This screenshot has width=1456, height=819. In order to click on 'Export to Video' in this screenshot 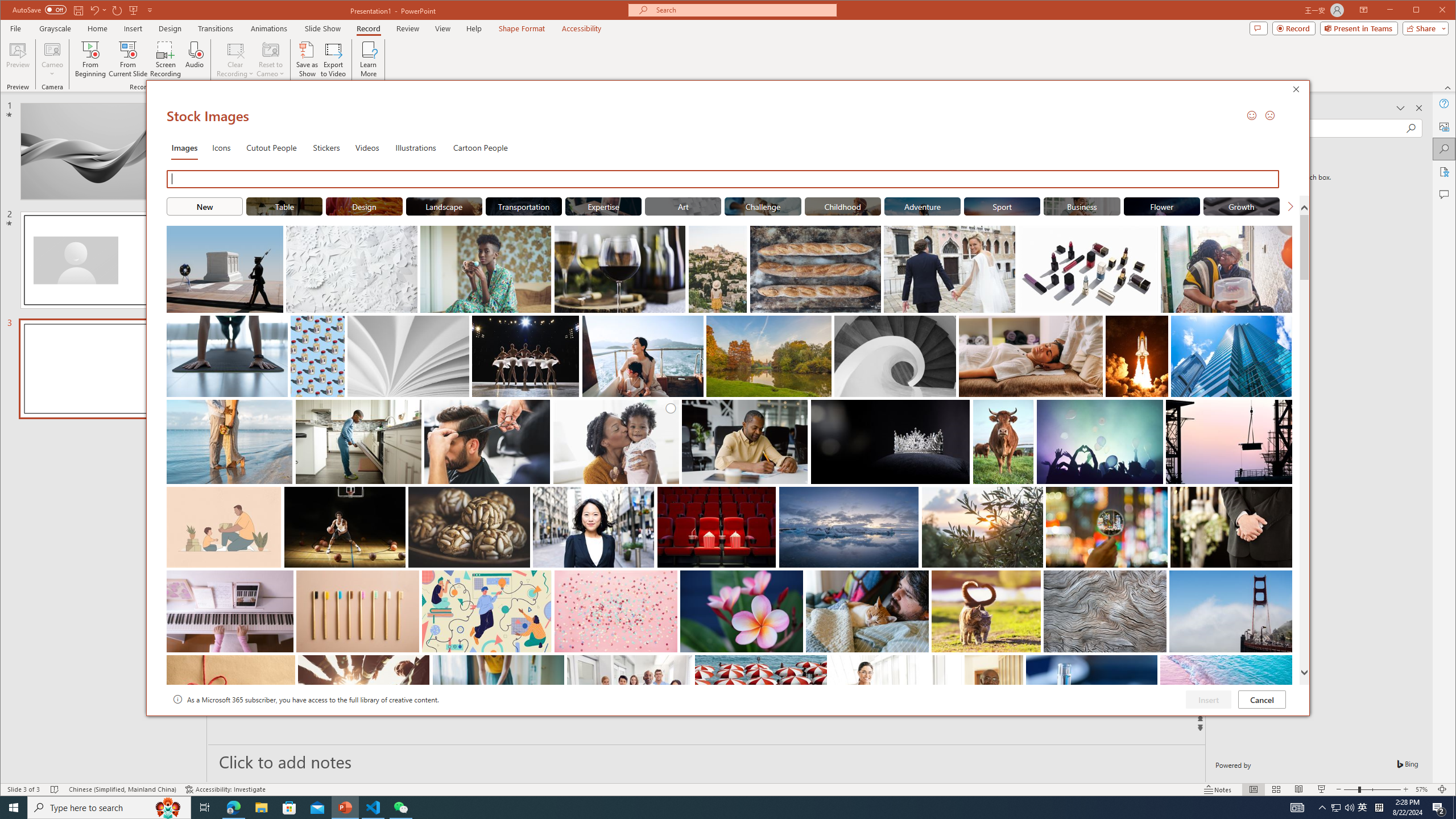, I will do `click(334, 59)`.